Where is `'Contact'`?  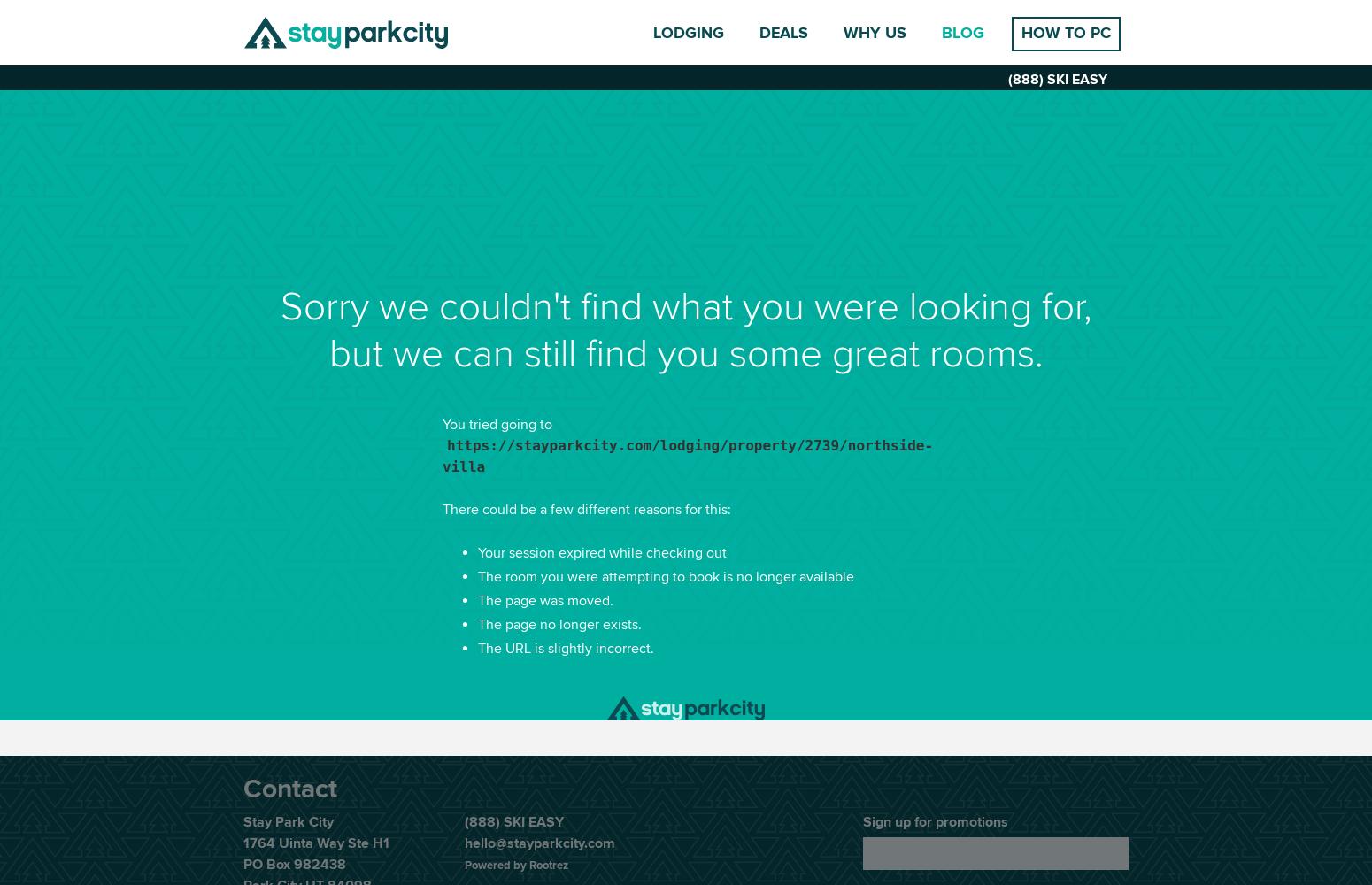 'Contact' is located at coordinates (289, 789).